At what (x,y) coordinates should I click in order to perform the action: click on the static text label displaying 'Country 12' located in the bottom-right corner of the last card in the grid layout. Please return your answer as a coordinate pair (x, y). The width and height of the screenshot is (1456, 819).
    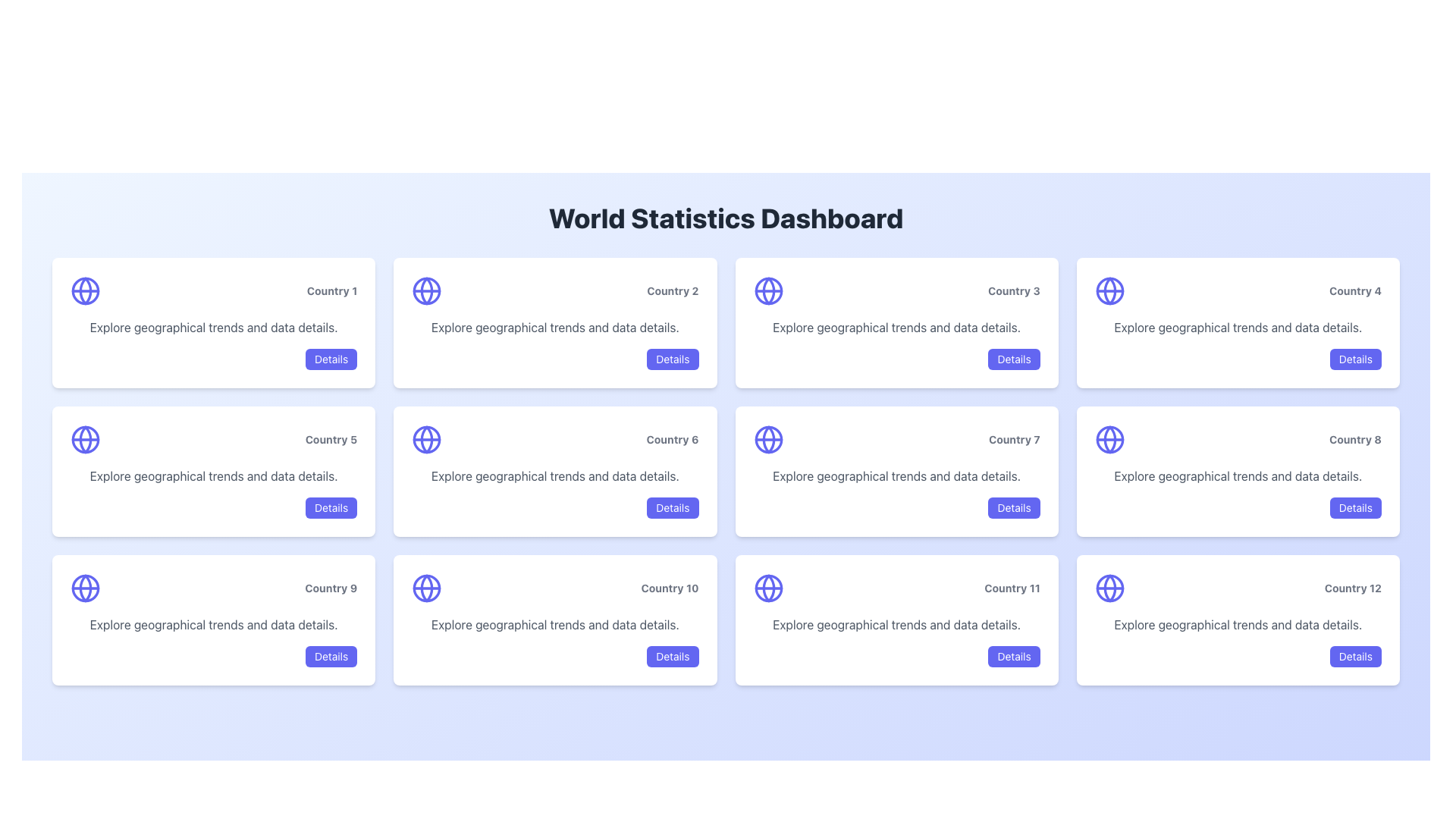
    Looking at the image, I should click on (1353, 587).